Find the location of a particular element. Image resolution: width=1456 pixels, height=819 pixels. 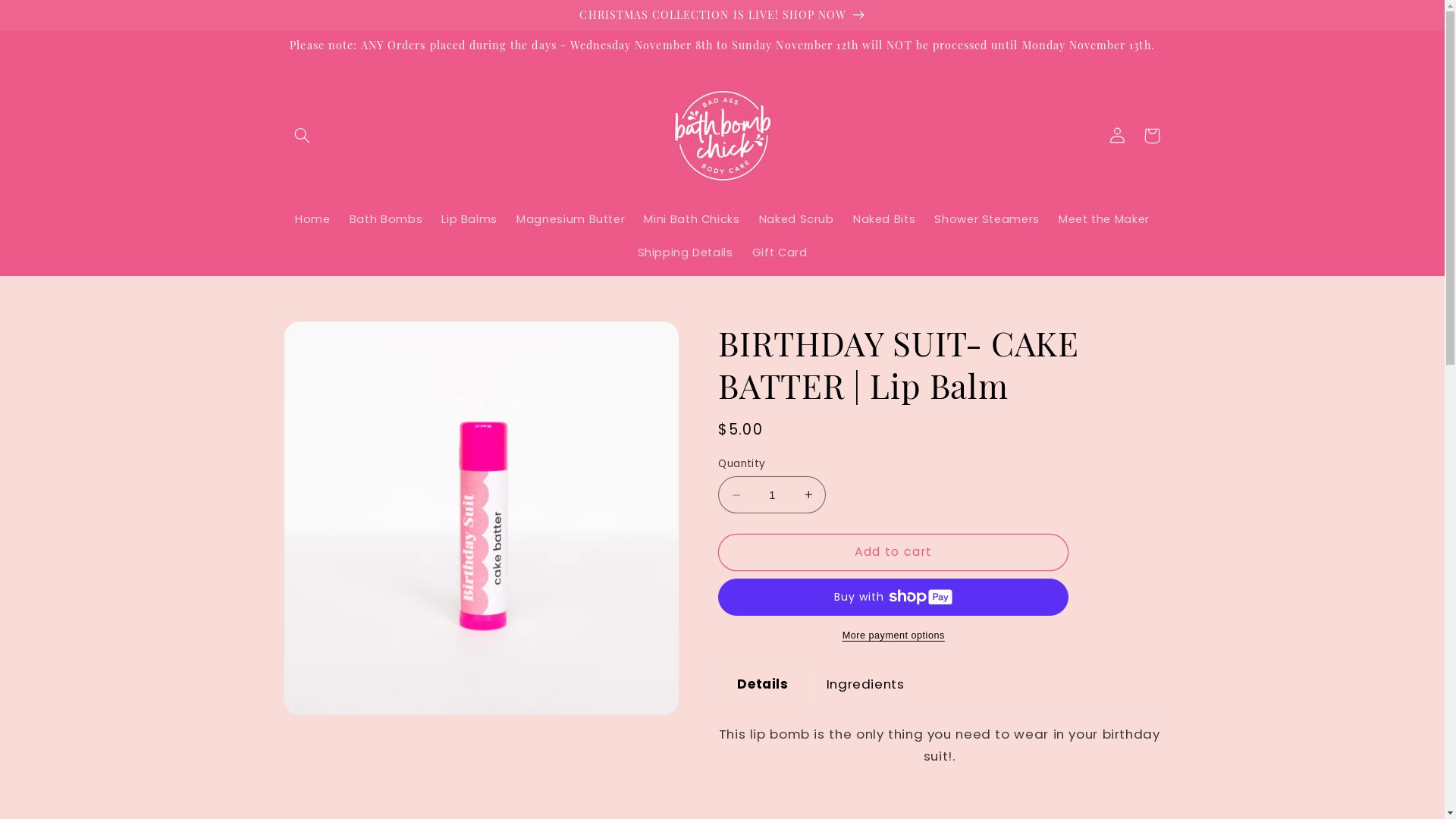

'Cart' is located at coordinates (1151, 134).